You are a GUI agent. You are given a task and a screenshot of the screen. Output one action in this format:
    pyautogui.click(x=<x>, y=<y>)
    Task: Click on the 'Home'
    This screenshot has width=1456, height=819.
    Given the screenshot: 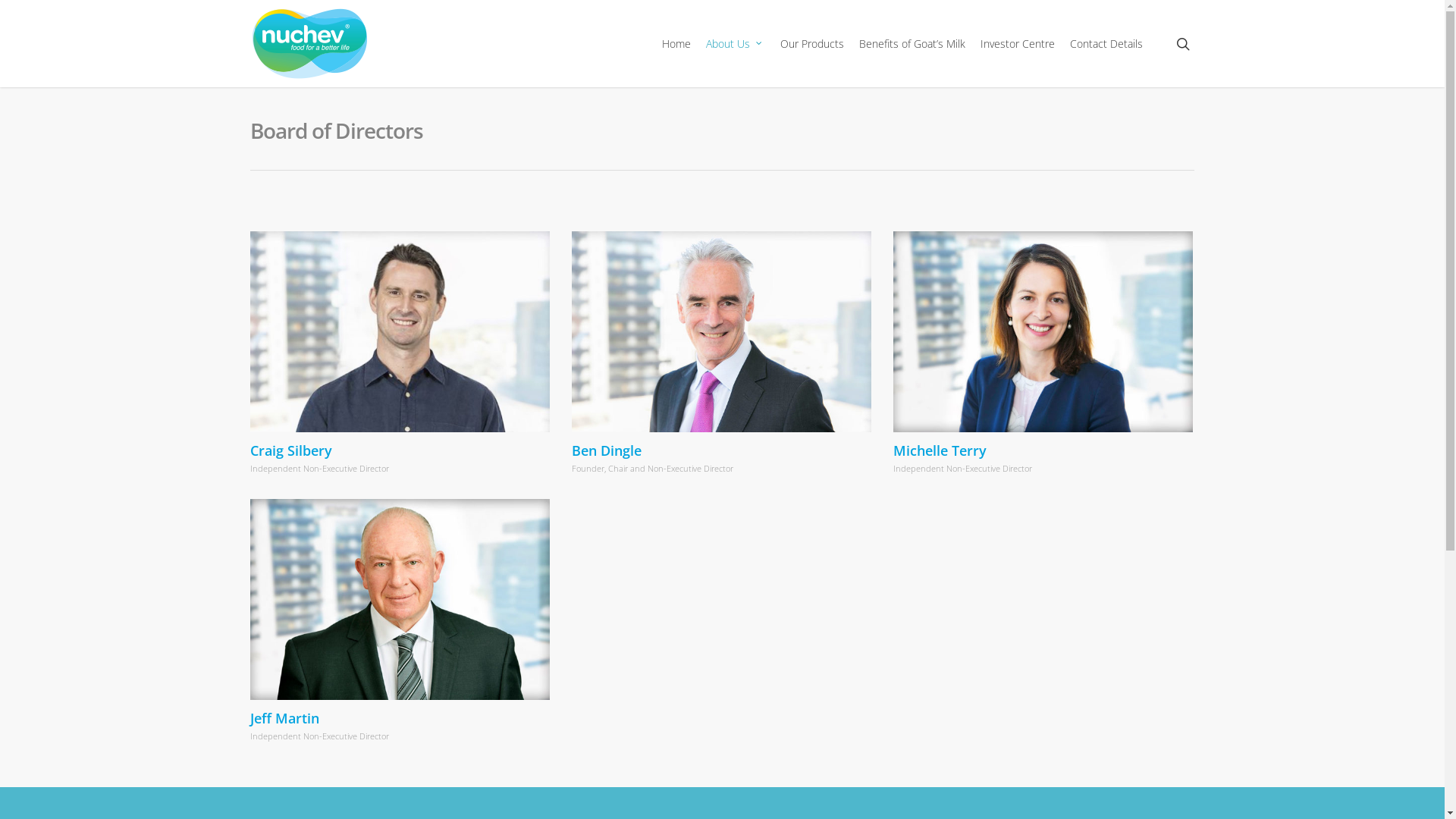 What is the action you would take?
    pyautogui.click(x=676, y=42)
    